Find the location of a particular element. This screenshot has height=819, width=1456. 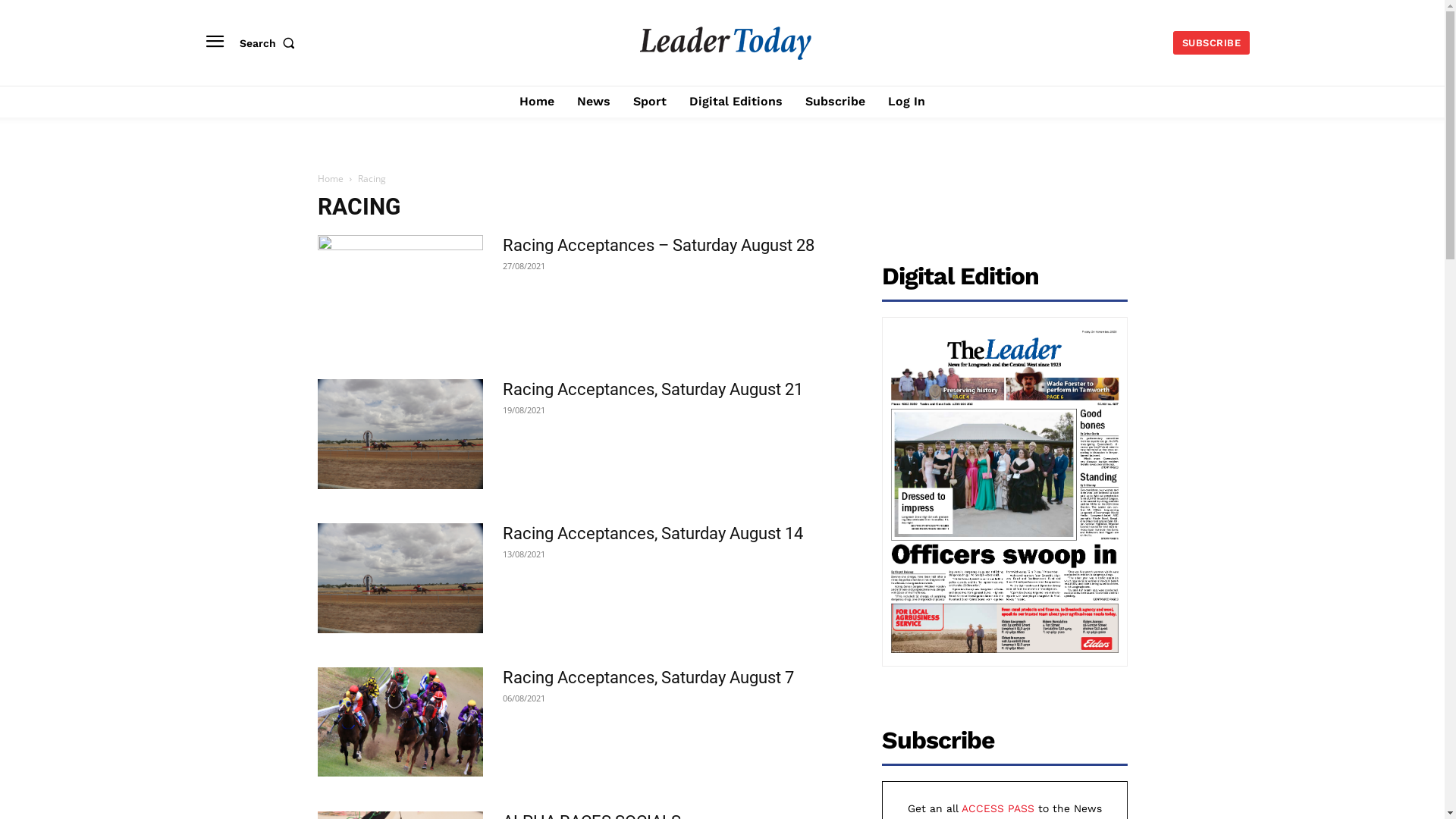

'Racing Acceptances, Saturday August 21' is located at coordinates (651, 388).